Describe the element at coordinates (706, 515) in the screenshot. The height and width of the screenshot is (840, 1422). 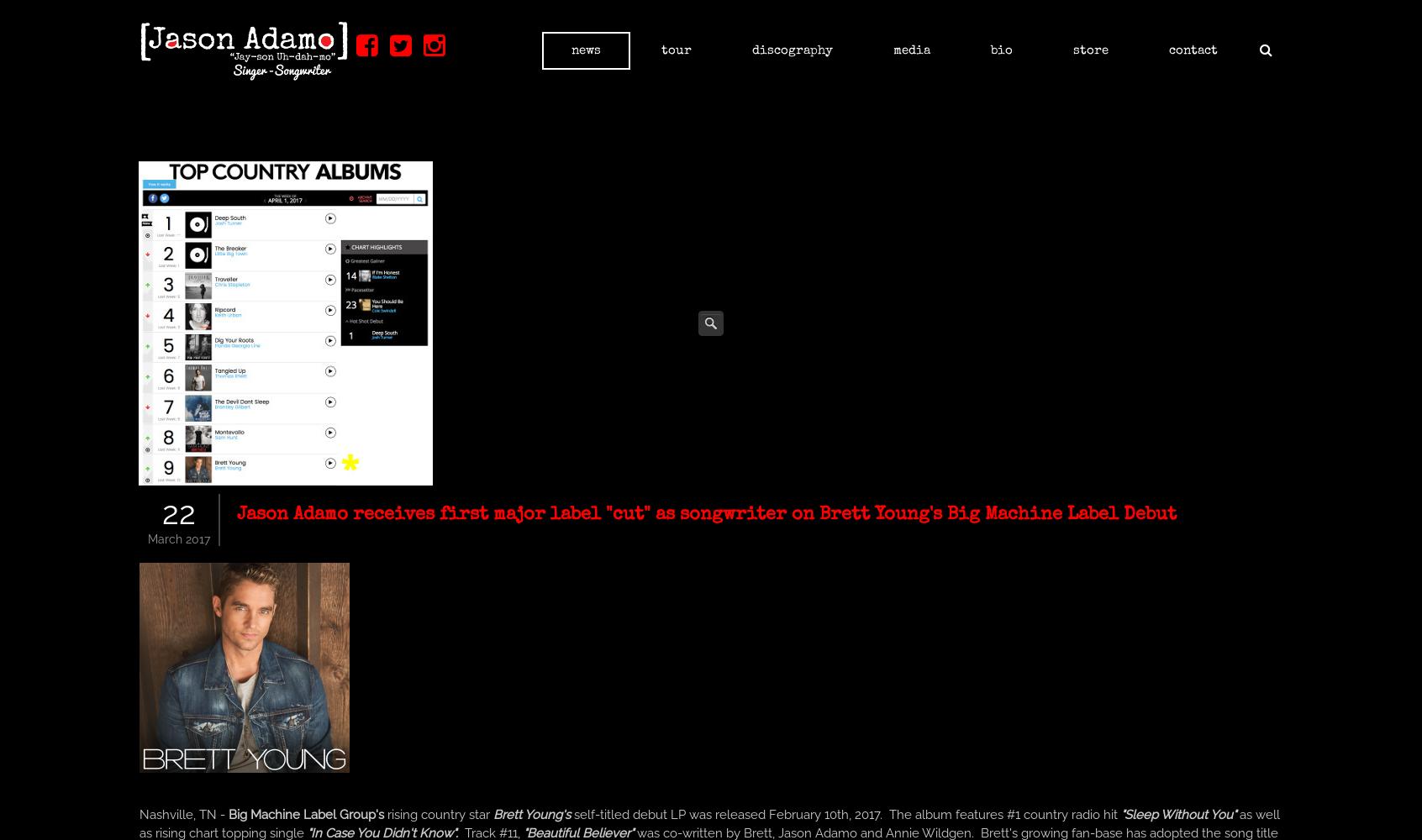
I see `'Jason Adamo receives first major label "cut" as songwriter on Brett Young's Big Machine Label Debut'` at that location.